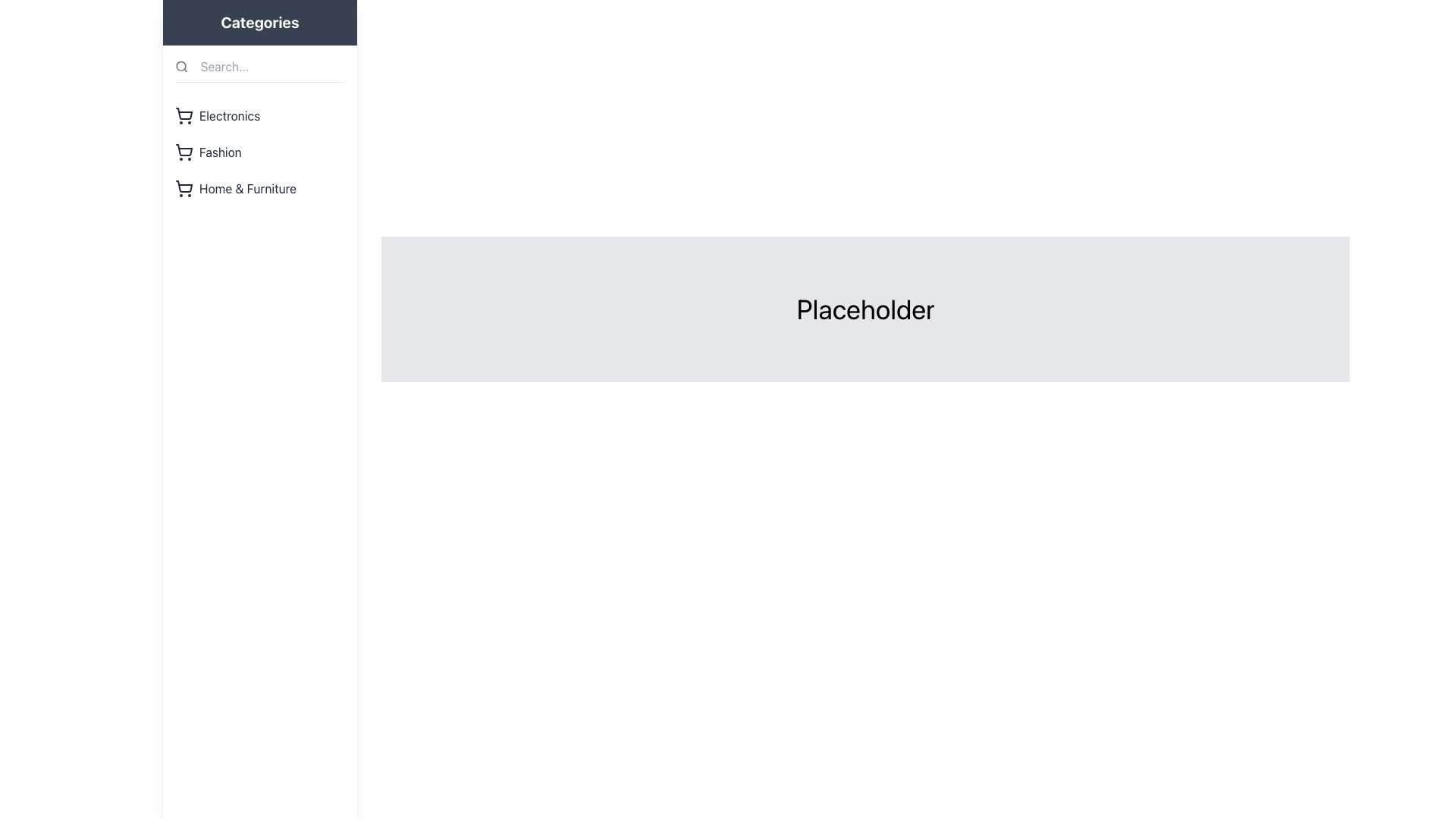 The height and width of the screenshot is (819, 1456). Describe the element at coordinates (184, 188) in the screenshot. I see `the shopping cart icon located in the sidebar menu under the 'Categories' section, adjacent to the 'Home & Furniture' text` at that location.